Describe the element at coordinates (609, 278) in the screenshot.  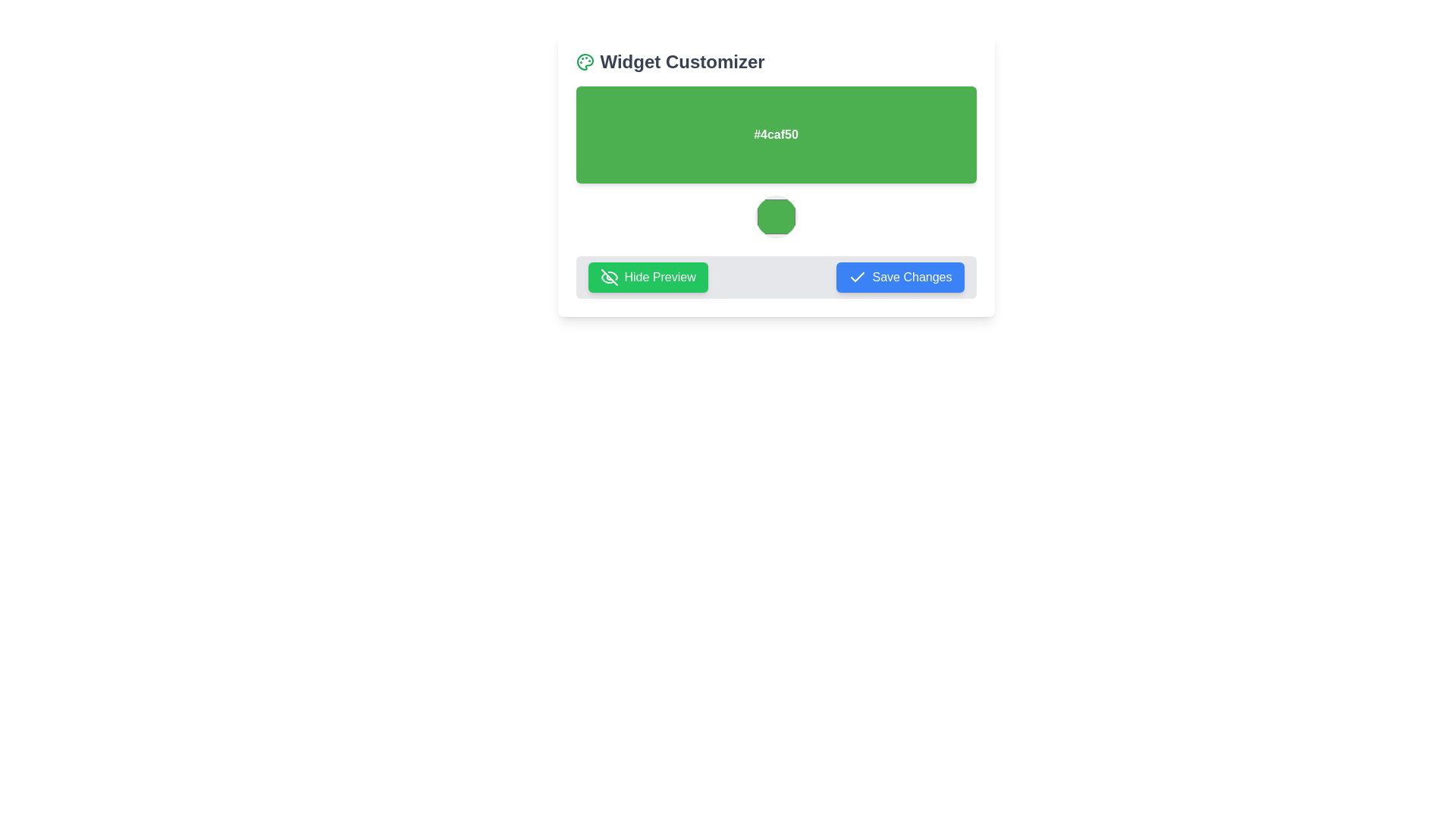
I see `the small diagonal line icon within the 'Hide Preview' button that has a green background, located at the bottom left of the content area` at that location.